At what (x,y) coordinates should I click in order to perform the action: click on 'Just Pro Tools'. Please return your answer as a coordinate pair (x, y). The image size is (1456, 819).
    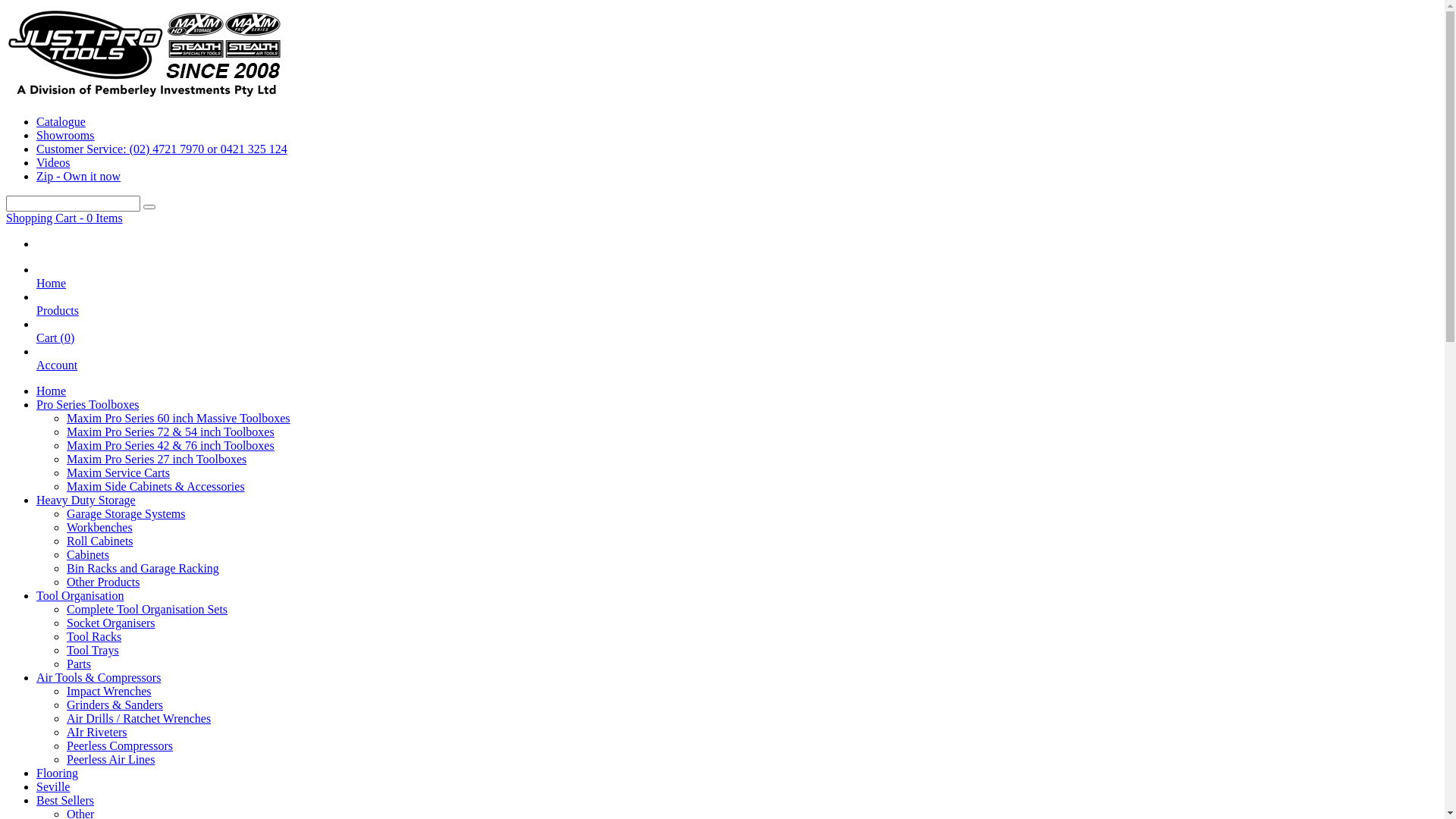
    Looking at the image, I should click on (146, 96).